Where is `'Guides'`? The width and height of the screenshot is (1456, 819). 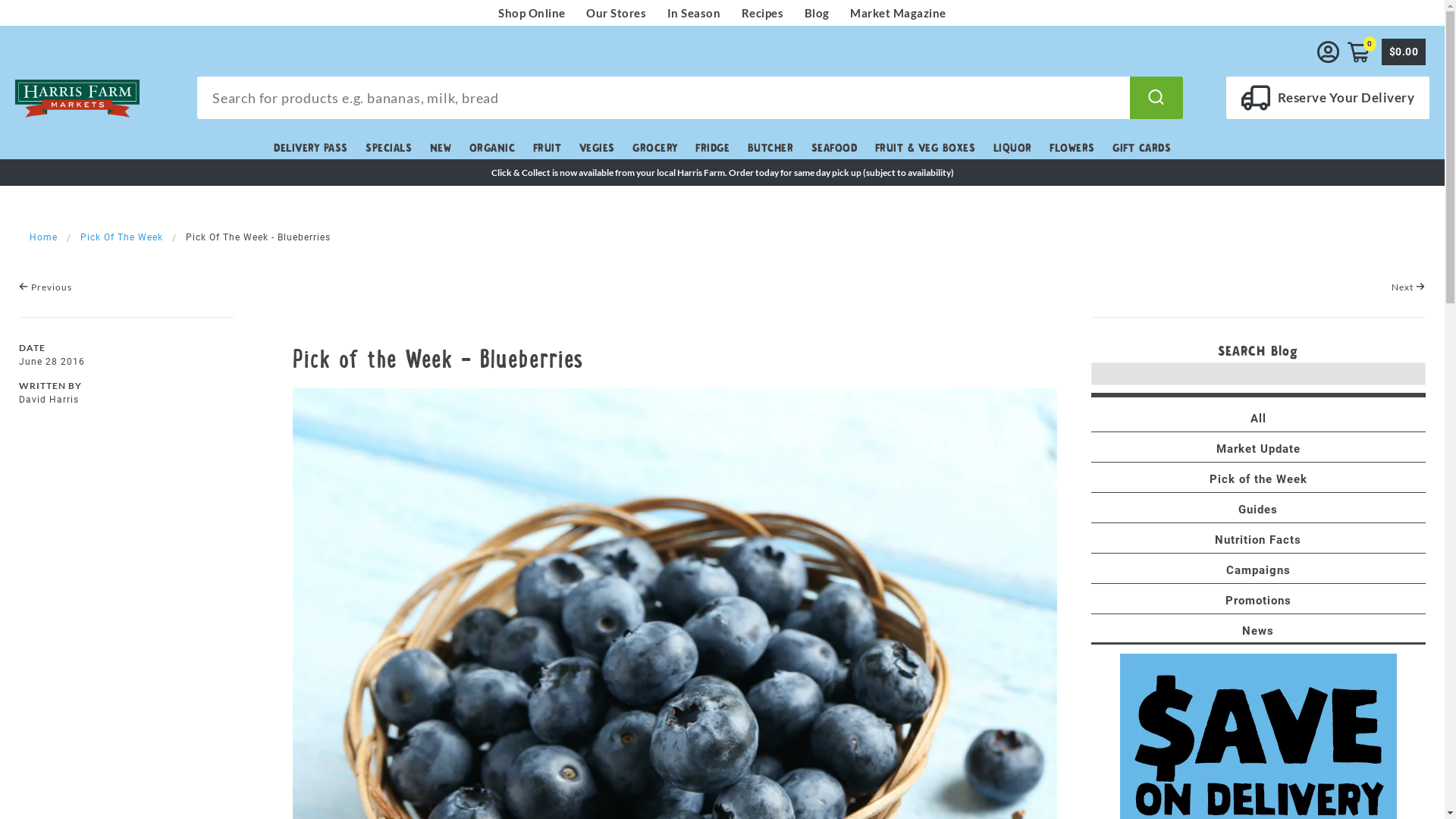
'Guides' is located at coordinates (1258, 509).